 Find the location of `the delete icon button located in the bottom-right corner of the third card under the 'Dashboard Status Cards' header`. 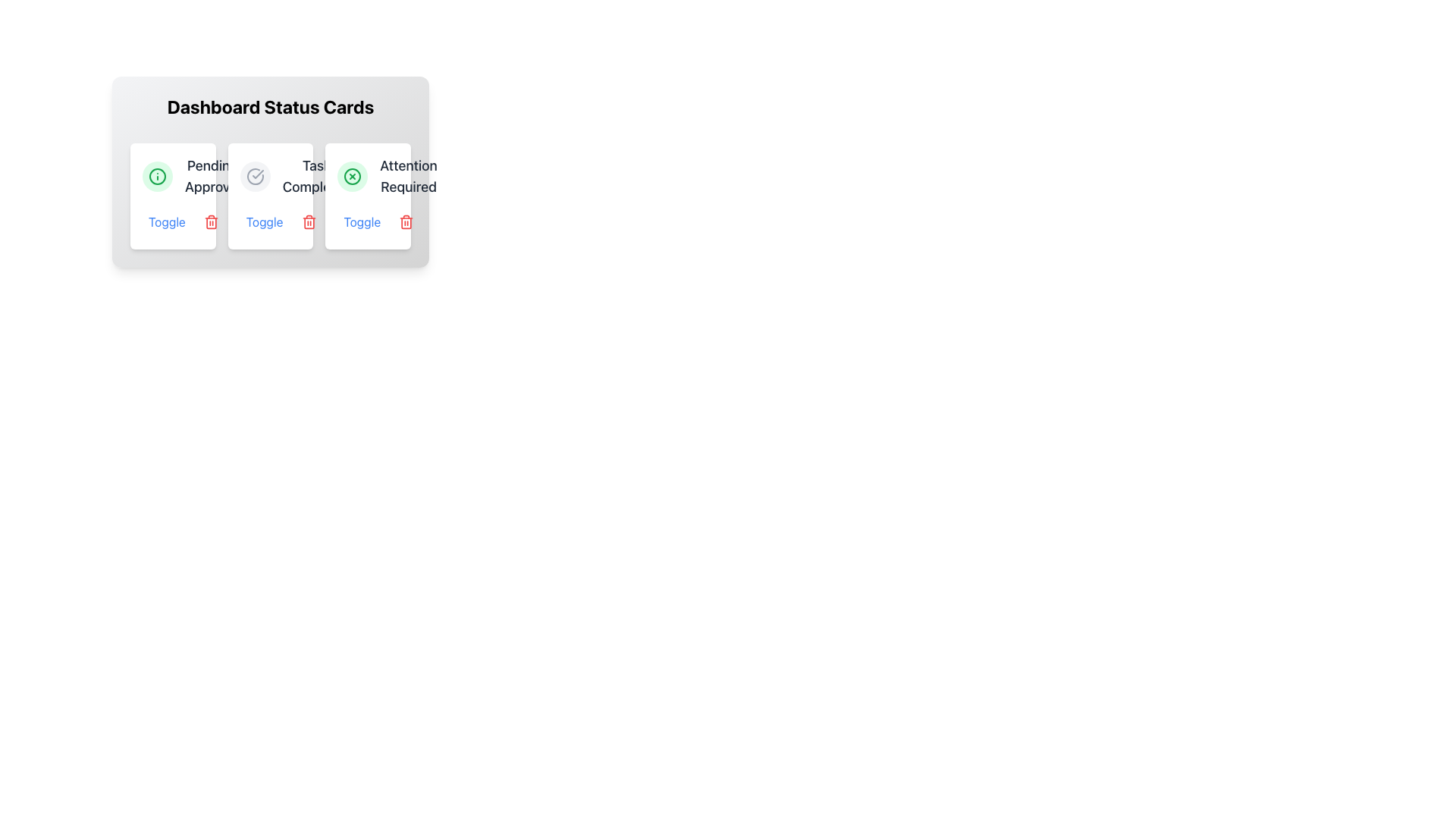

the delete icon button located in the bottom-right corner of the third card under the 'Dashboard Status Cards' header is located at coordinates (406, 223).